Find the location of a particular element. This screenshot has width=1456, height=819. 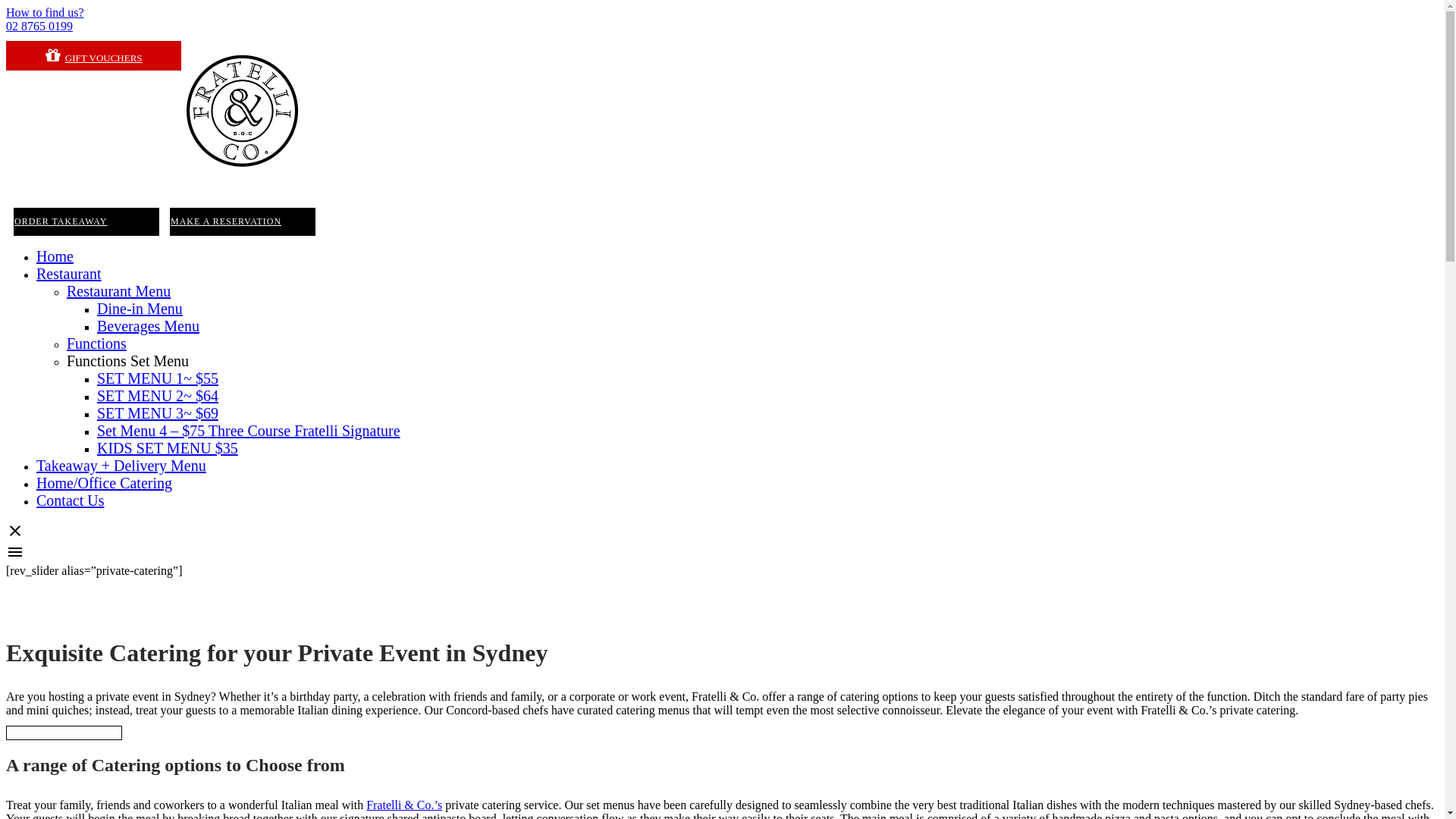

'SET MENU 2~ $64' is located at coordinates (157, 394).